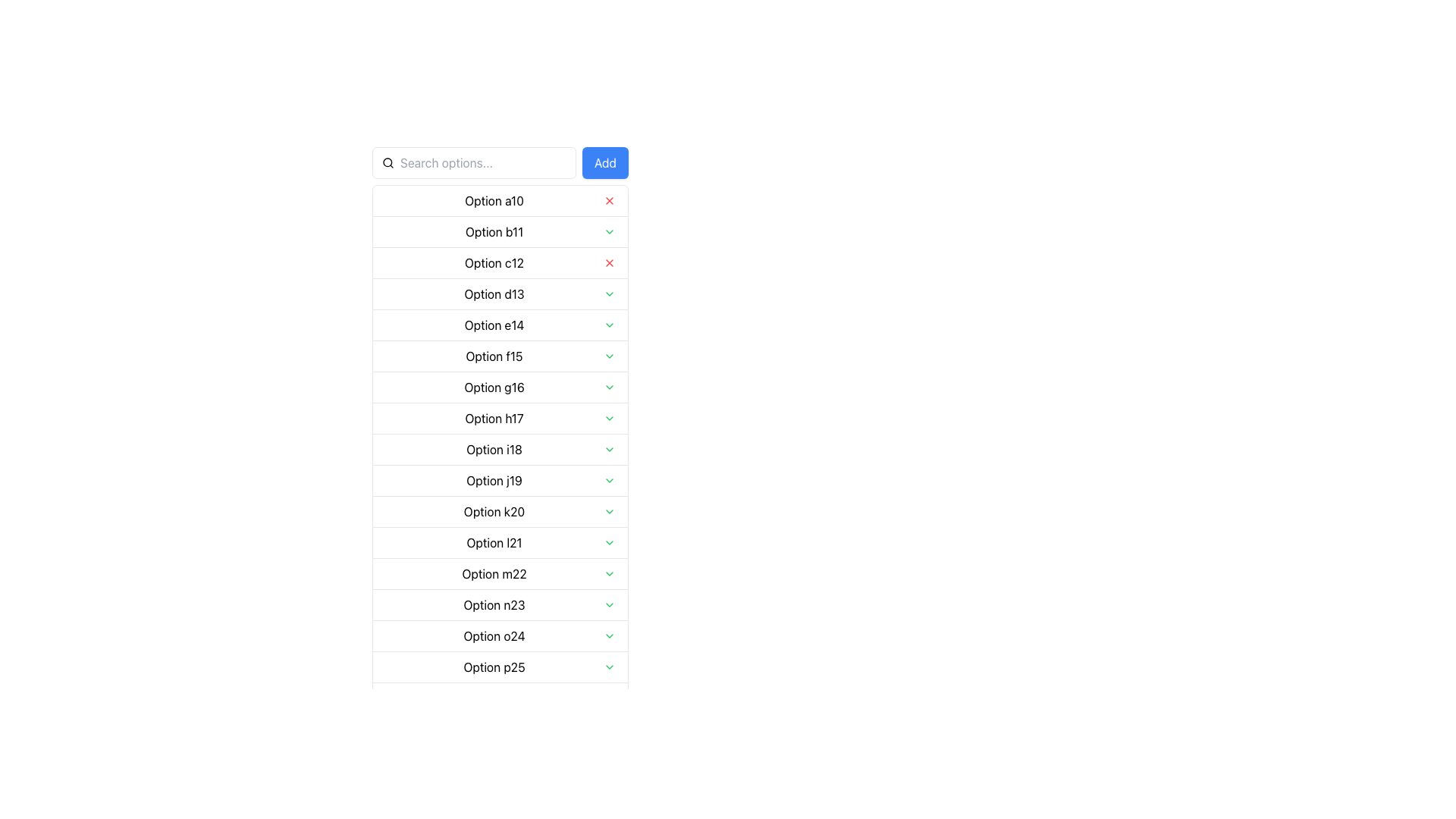 The image size is (1456, 819). I want to click on the list item displaying 'Option m22', so click(494, 573).